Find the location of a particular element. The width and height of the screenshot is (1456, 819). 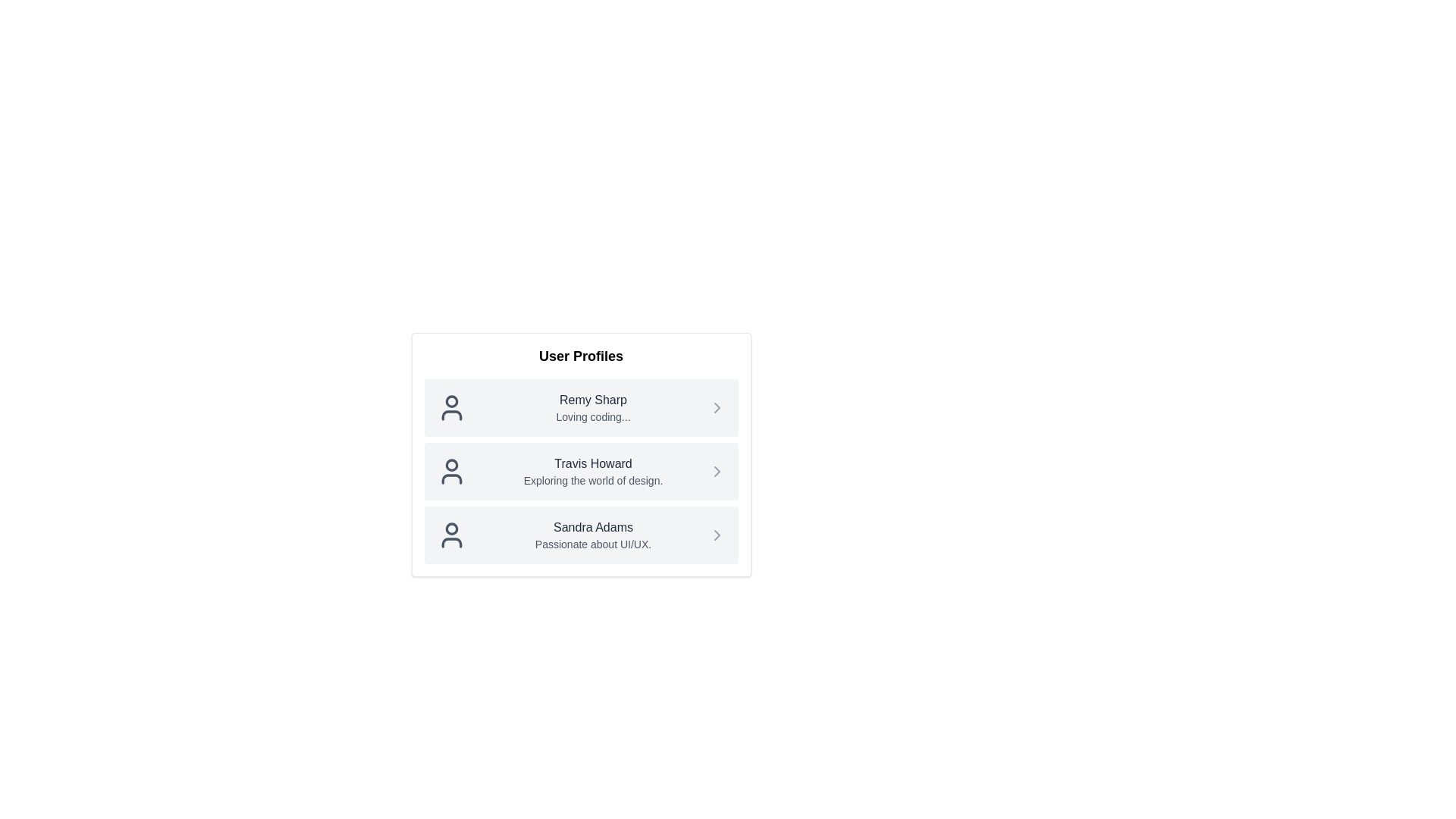

the user avatar icon, which is a gray profile silhouette located on the left side of the third row under the 'User Profiles' section, adjacent to 'Sandra Adams' is located at coordinates (450, 534).